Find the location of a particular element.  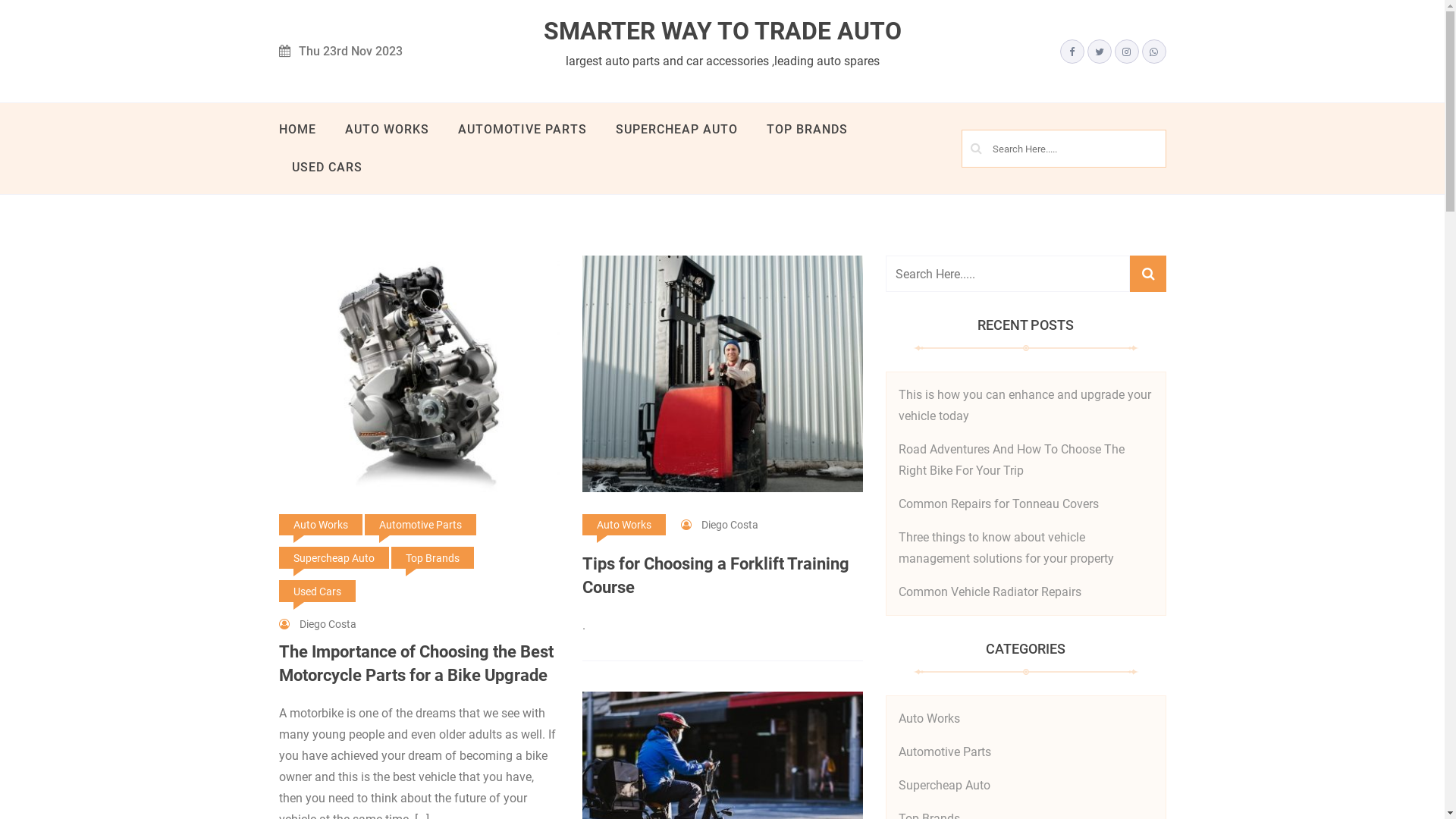

'USED CARS' is located at coordinates (326, 167).